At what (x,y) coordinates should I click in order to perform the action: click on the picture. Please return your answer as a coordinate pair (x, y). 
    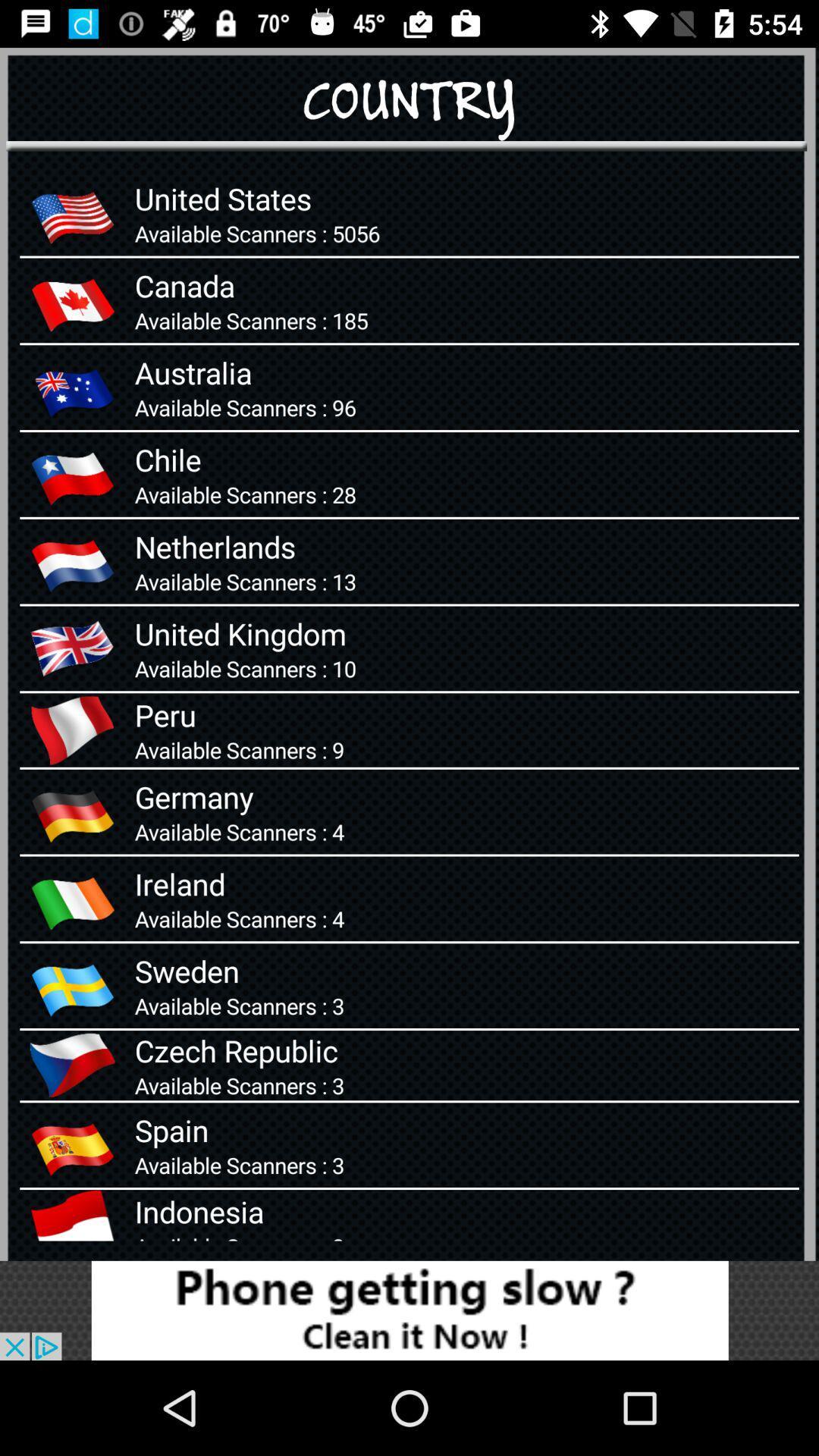
    Looking at the image, I should click on (409, 1310).